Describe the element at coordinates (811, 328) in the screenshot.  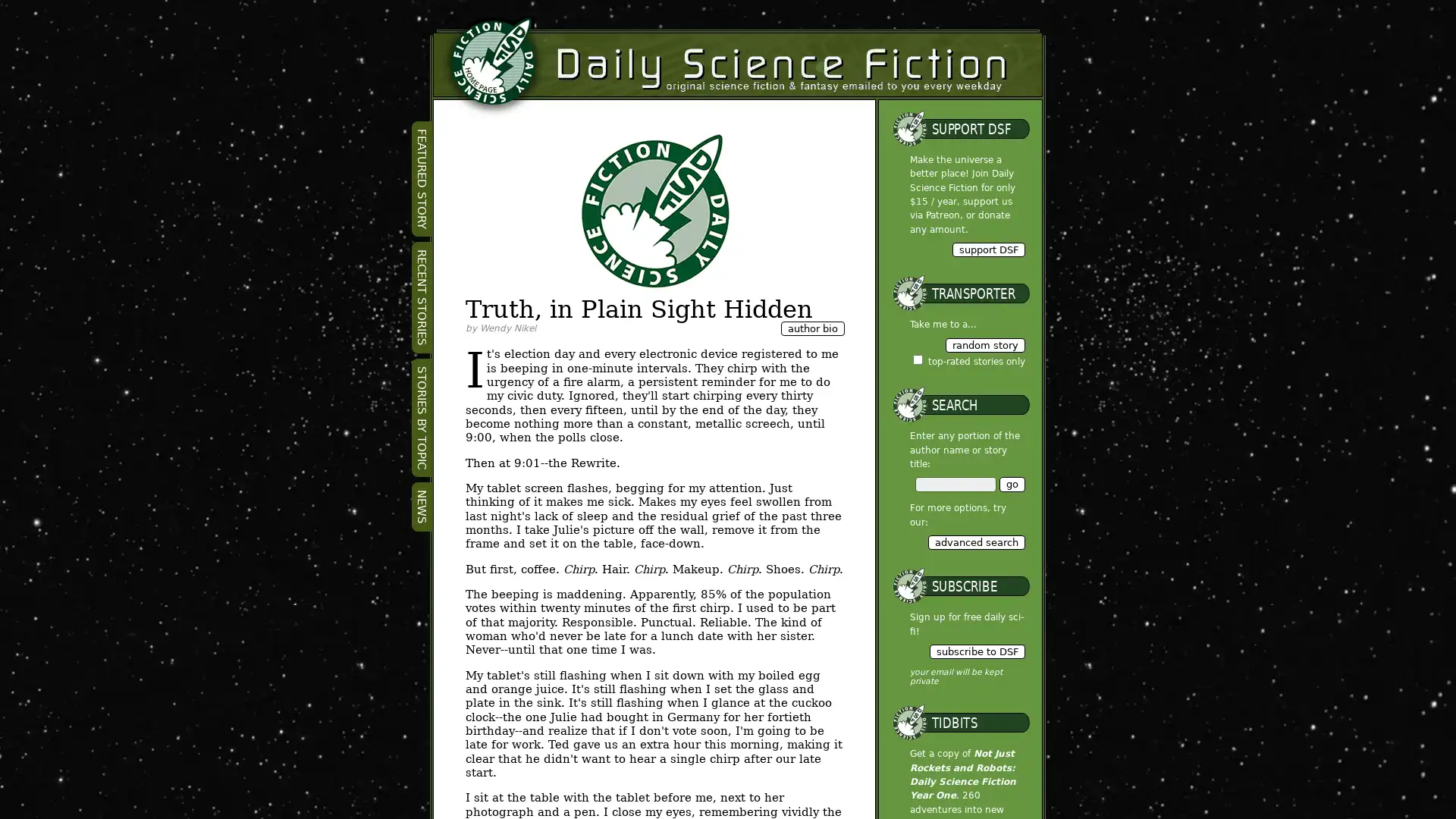
I see `author bio` at that location.